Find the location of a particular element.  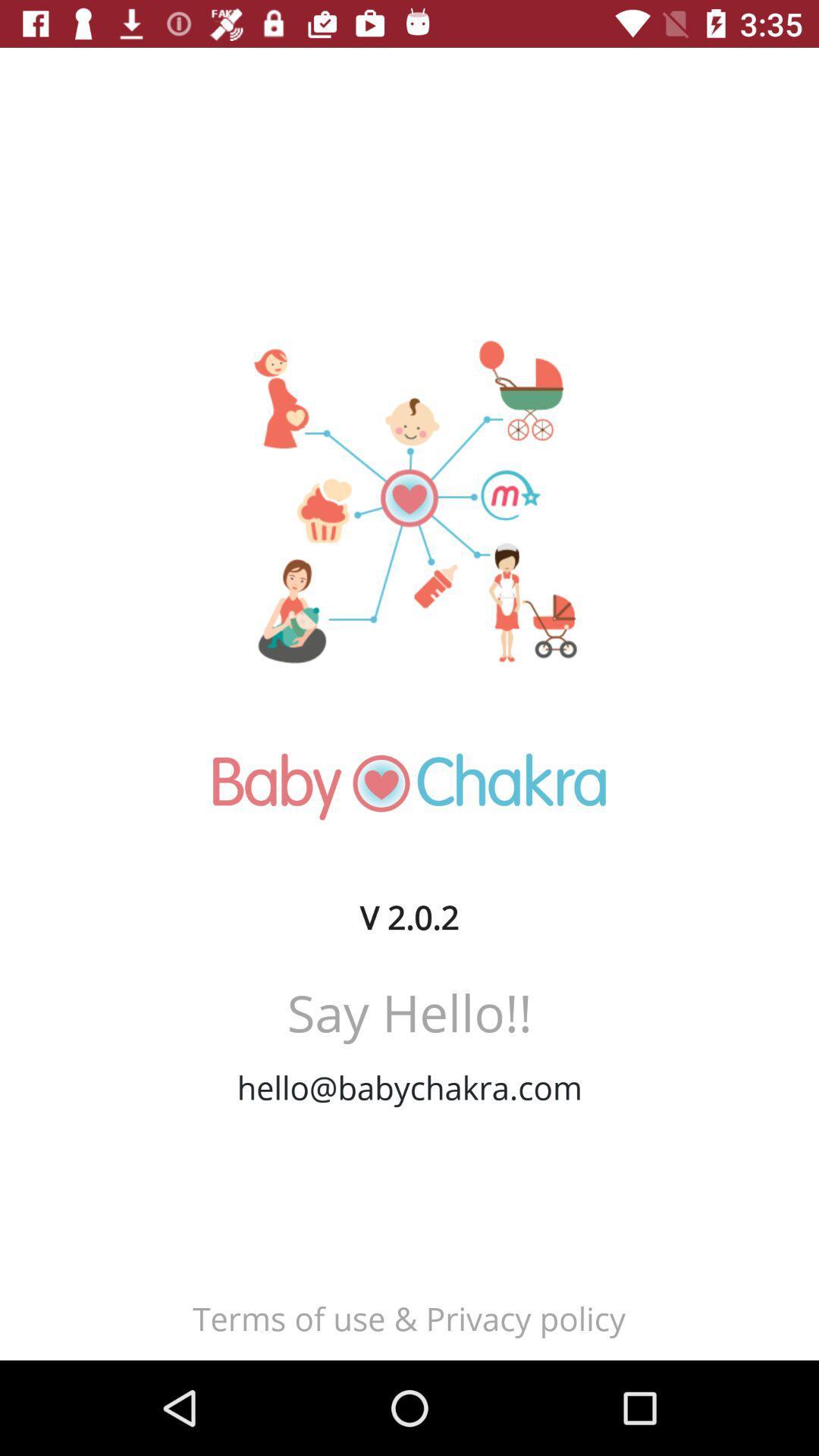

terms of use icon is located at coordinates (408, 1317).